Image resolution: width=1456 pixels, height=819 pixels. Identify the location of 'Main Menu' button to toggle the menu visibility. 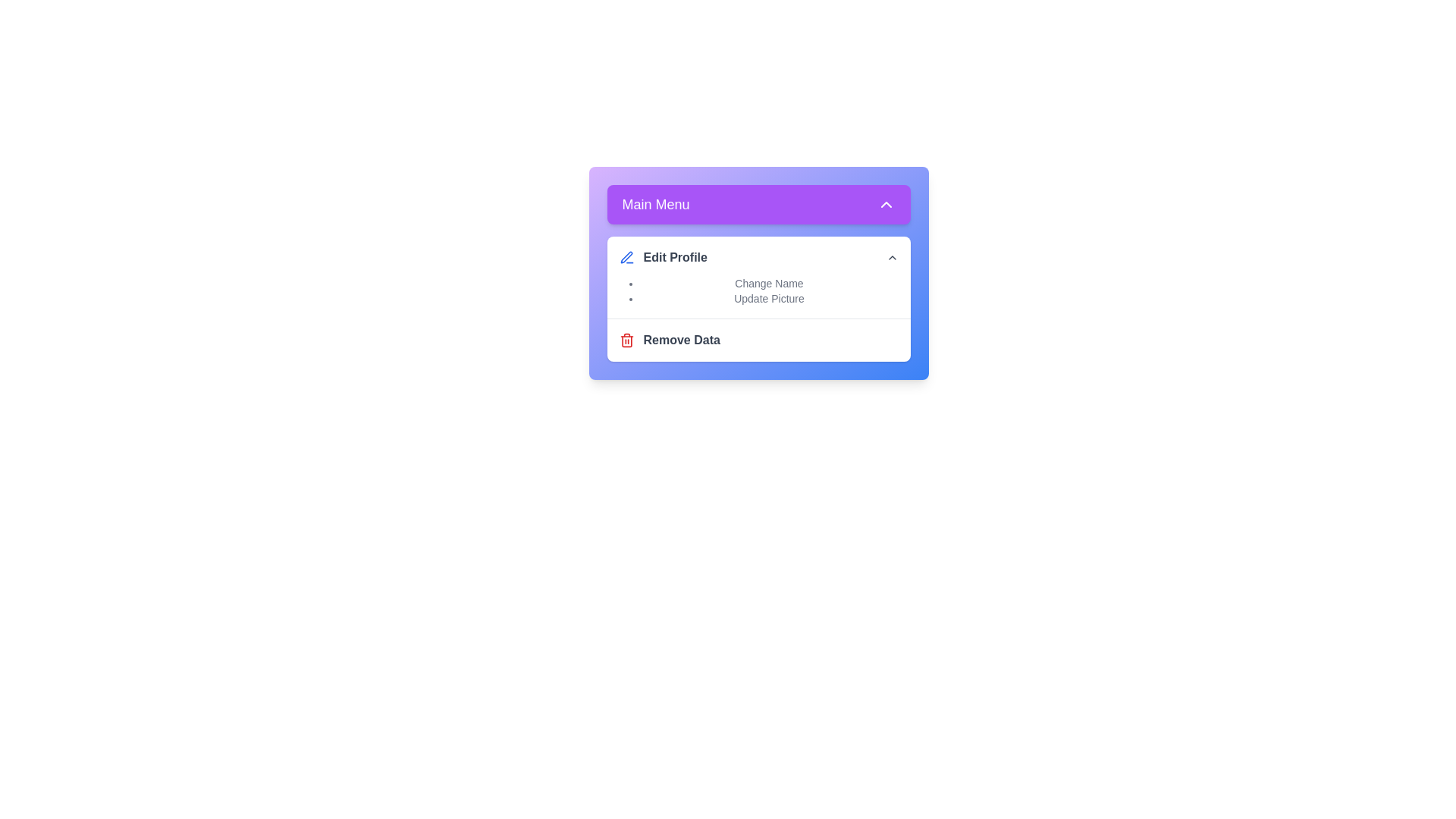
(758, 205).